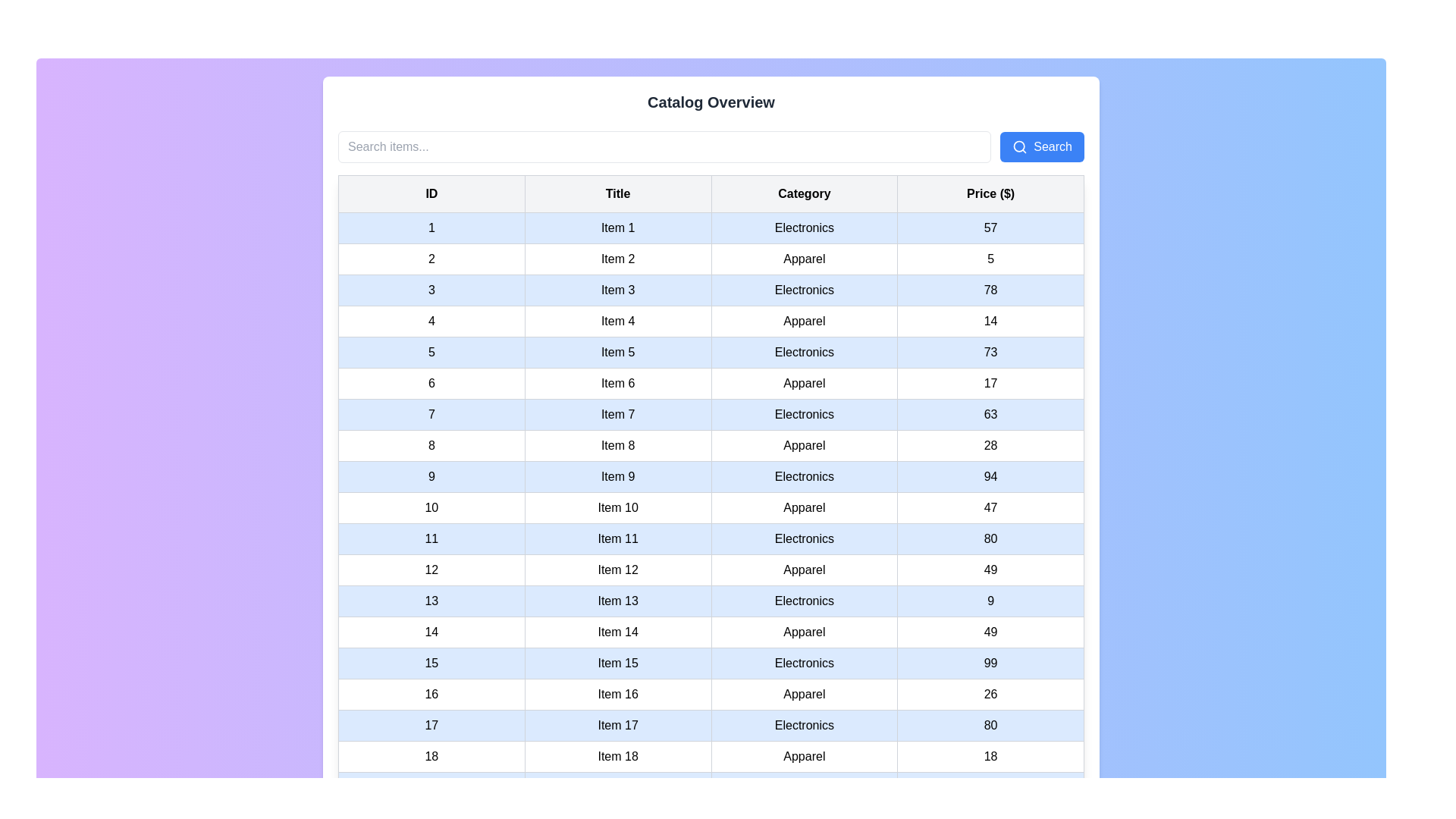  I want to click on text cell displaying 'Electronics' located in the 'Category' column of the row labeled 'Item 11' in the data table, so click(803, 538).